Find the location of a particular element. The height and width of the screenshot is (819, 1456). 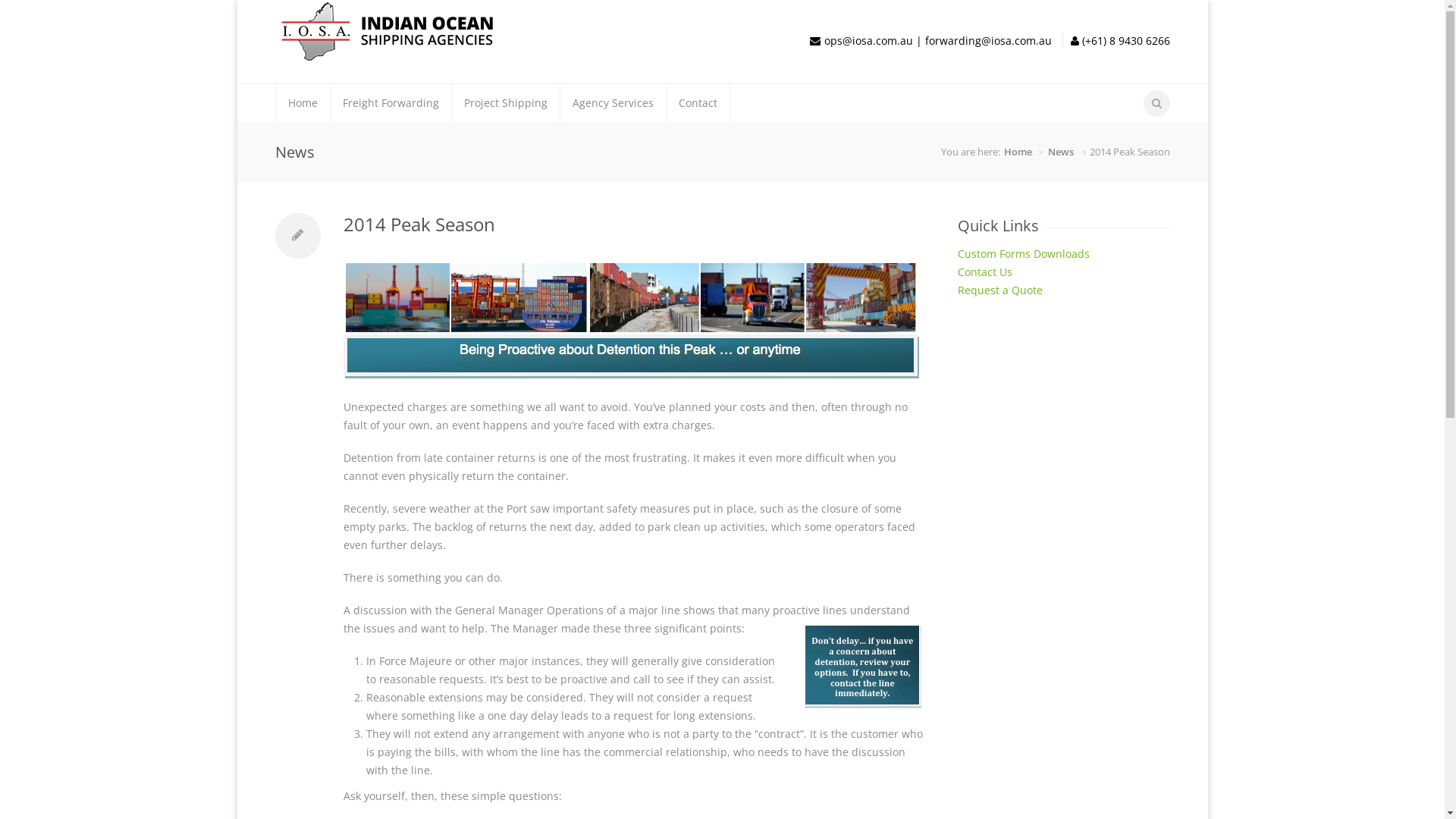

'Agency Services' is located at coordinates (612, 102).